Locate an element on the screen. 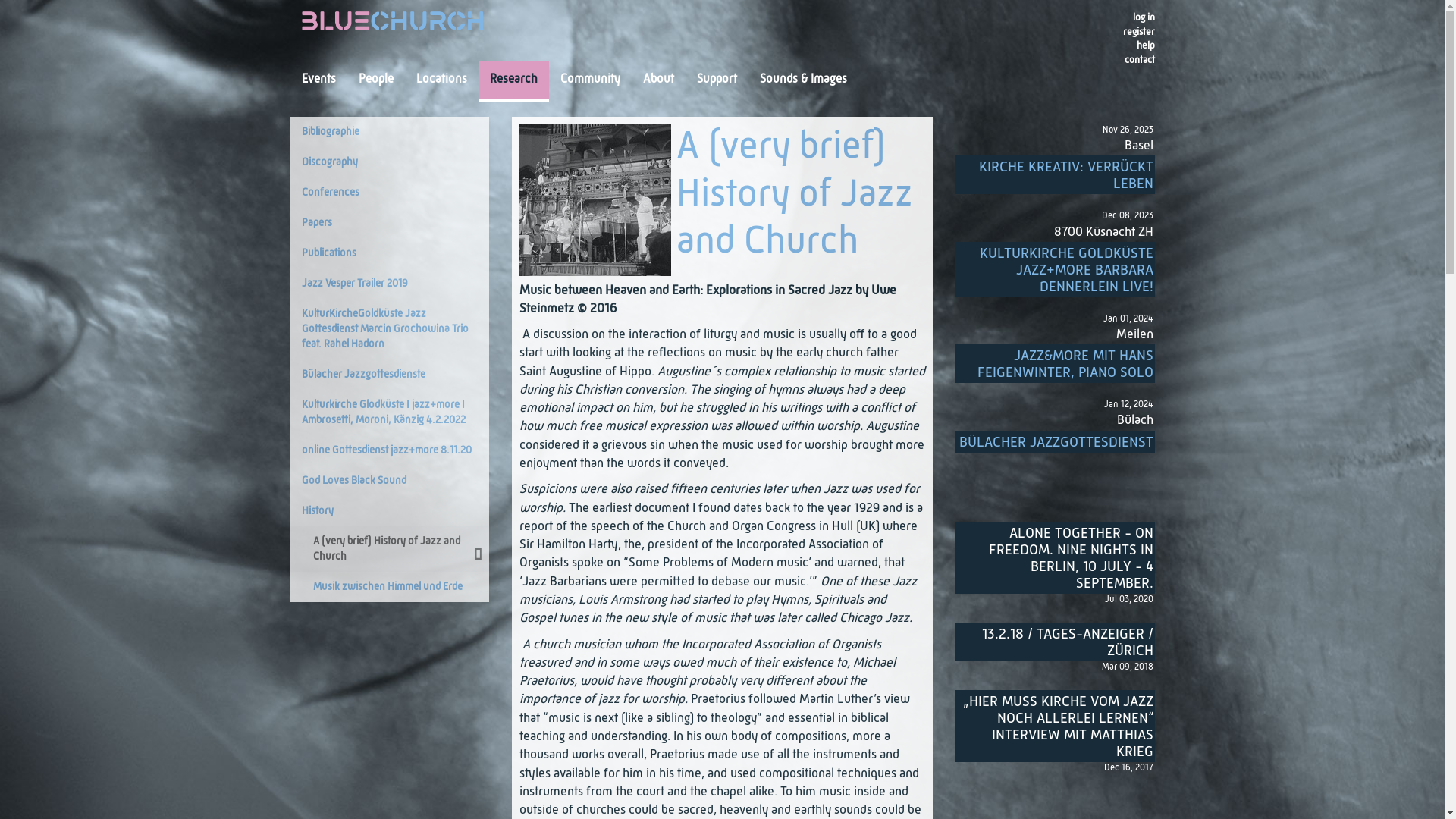  'History' is located at coordinates (389, 511).